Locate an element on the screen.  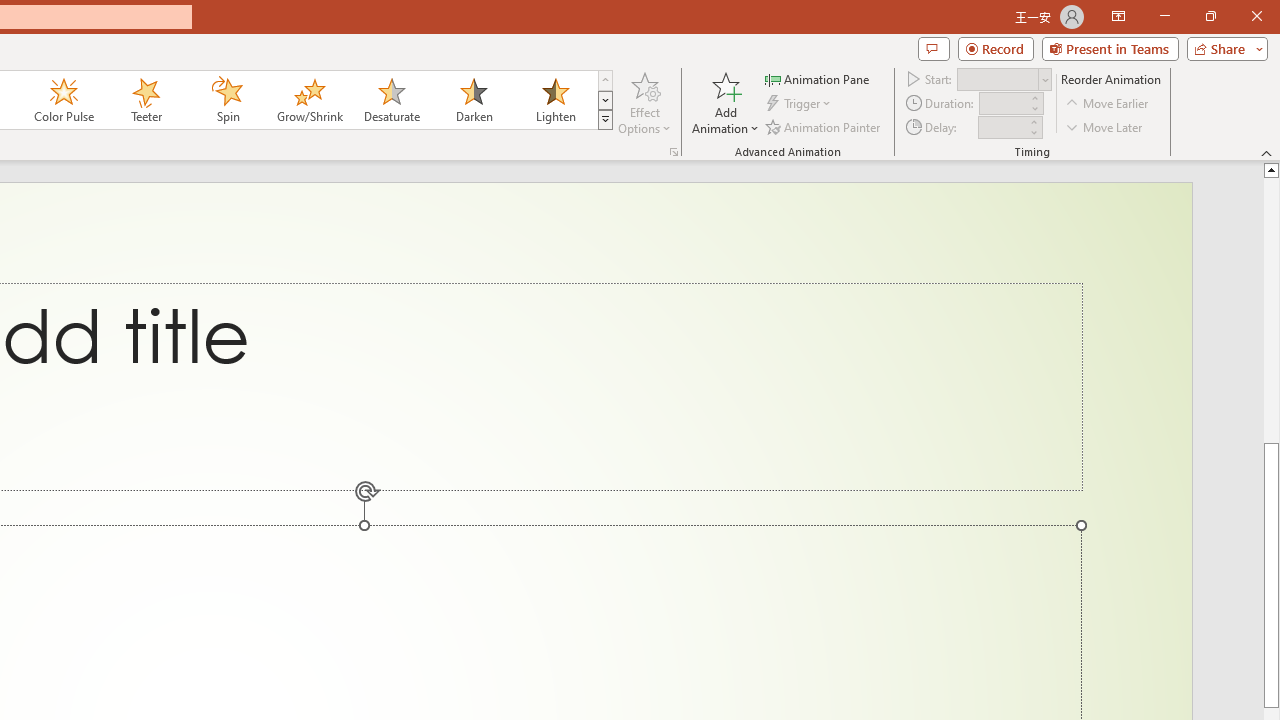
'Color Pulse' is located at coordinates (64, 100).